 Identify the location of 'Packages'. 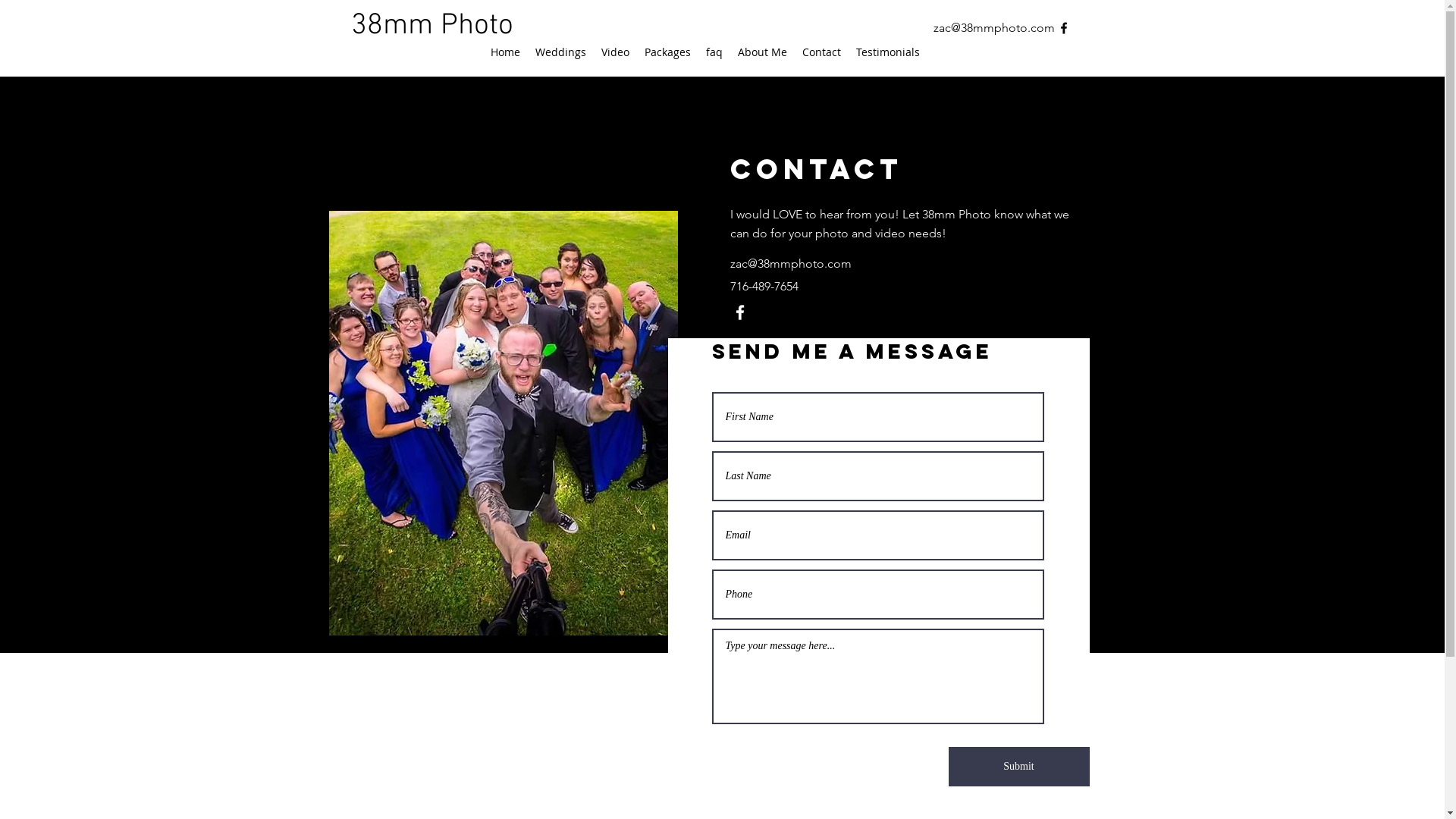
(667, 52).